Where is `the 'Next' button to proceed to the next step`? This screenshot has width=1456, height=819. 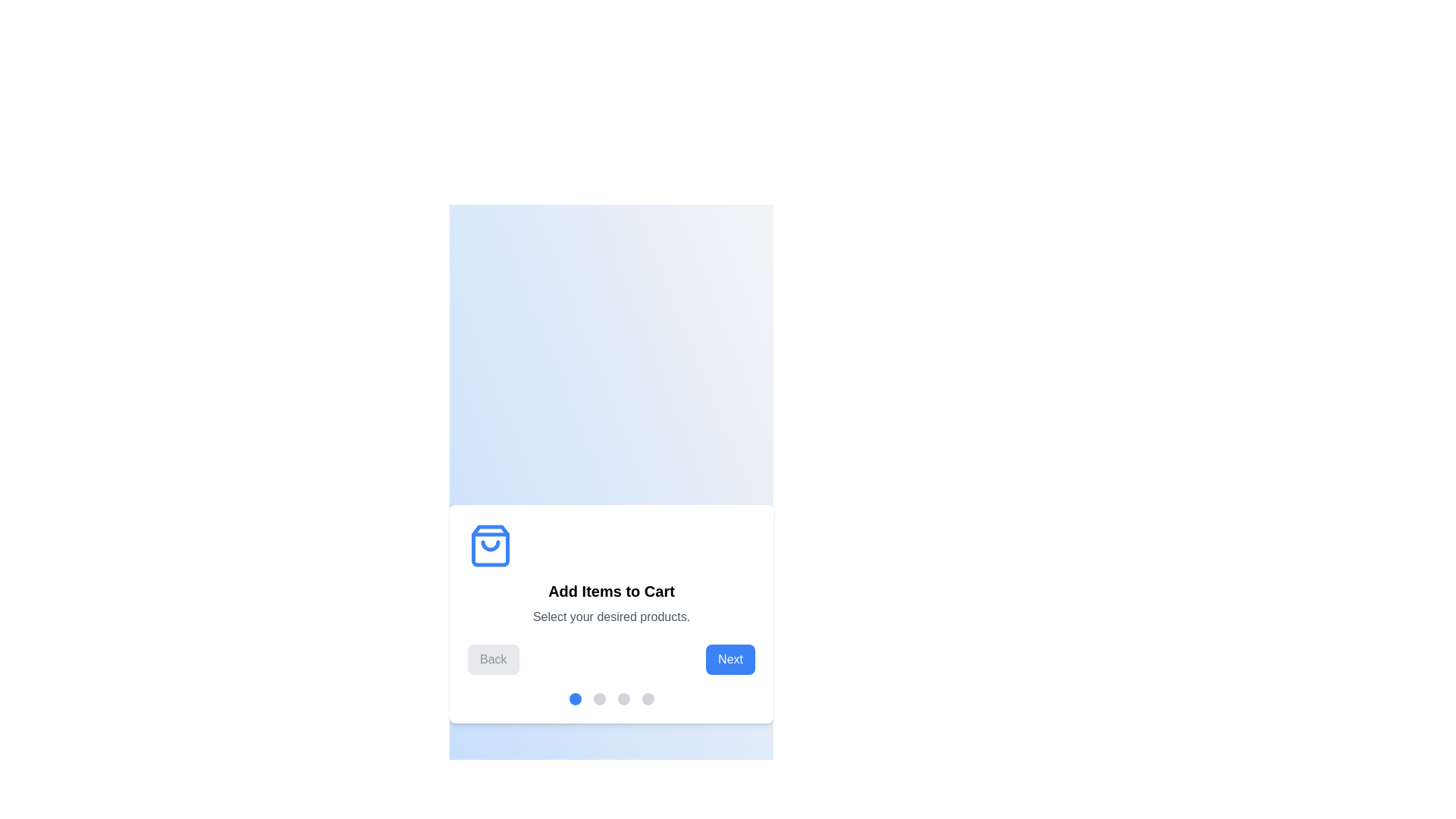 the 'Next' button to proceed to the next step is located at coordinates (730, 659).